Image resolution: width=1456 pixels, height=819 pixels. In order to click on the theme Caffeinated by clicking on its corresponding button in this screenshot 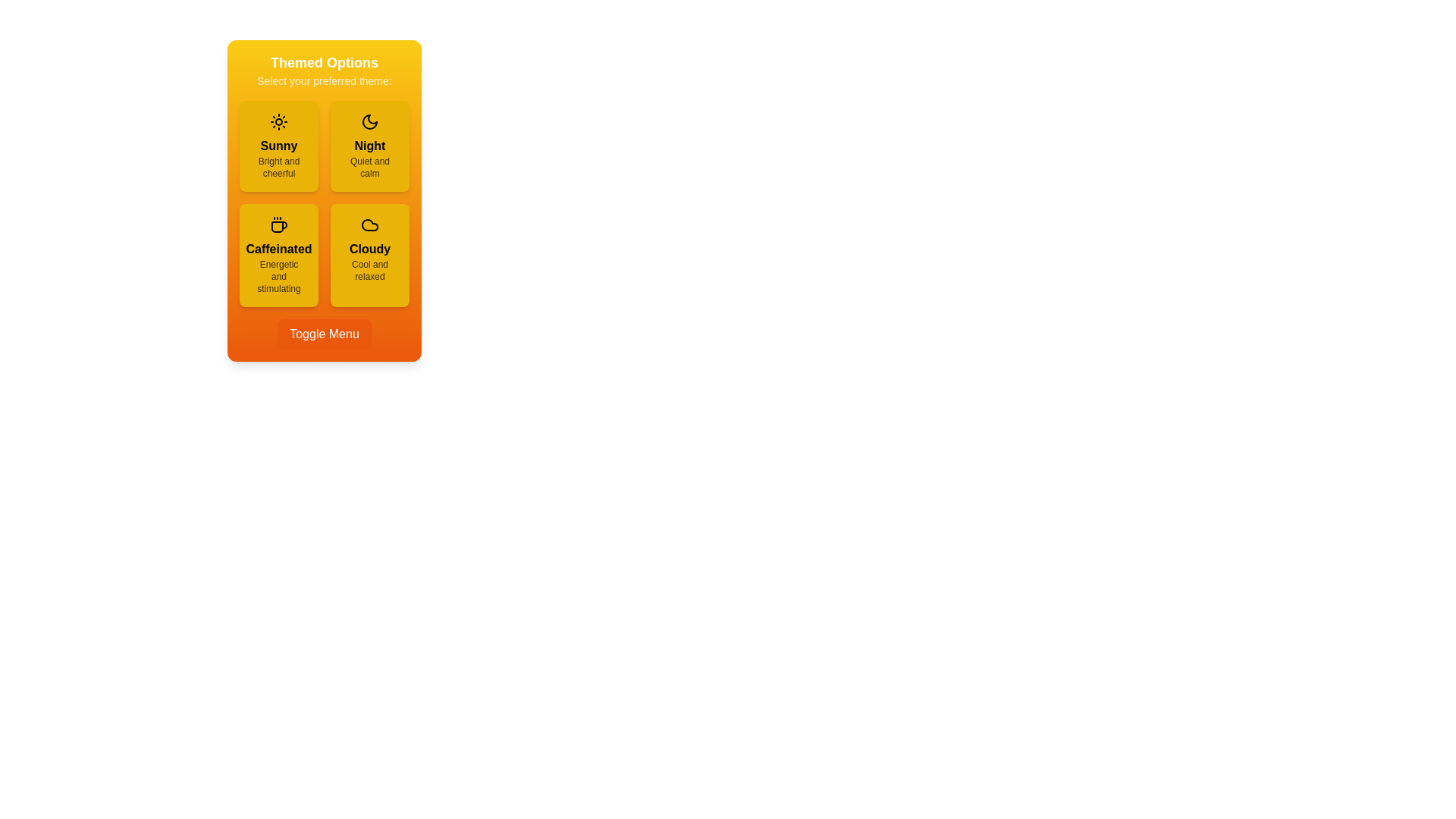, I will do `click(279, 254)`.